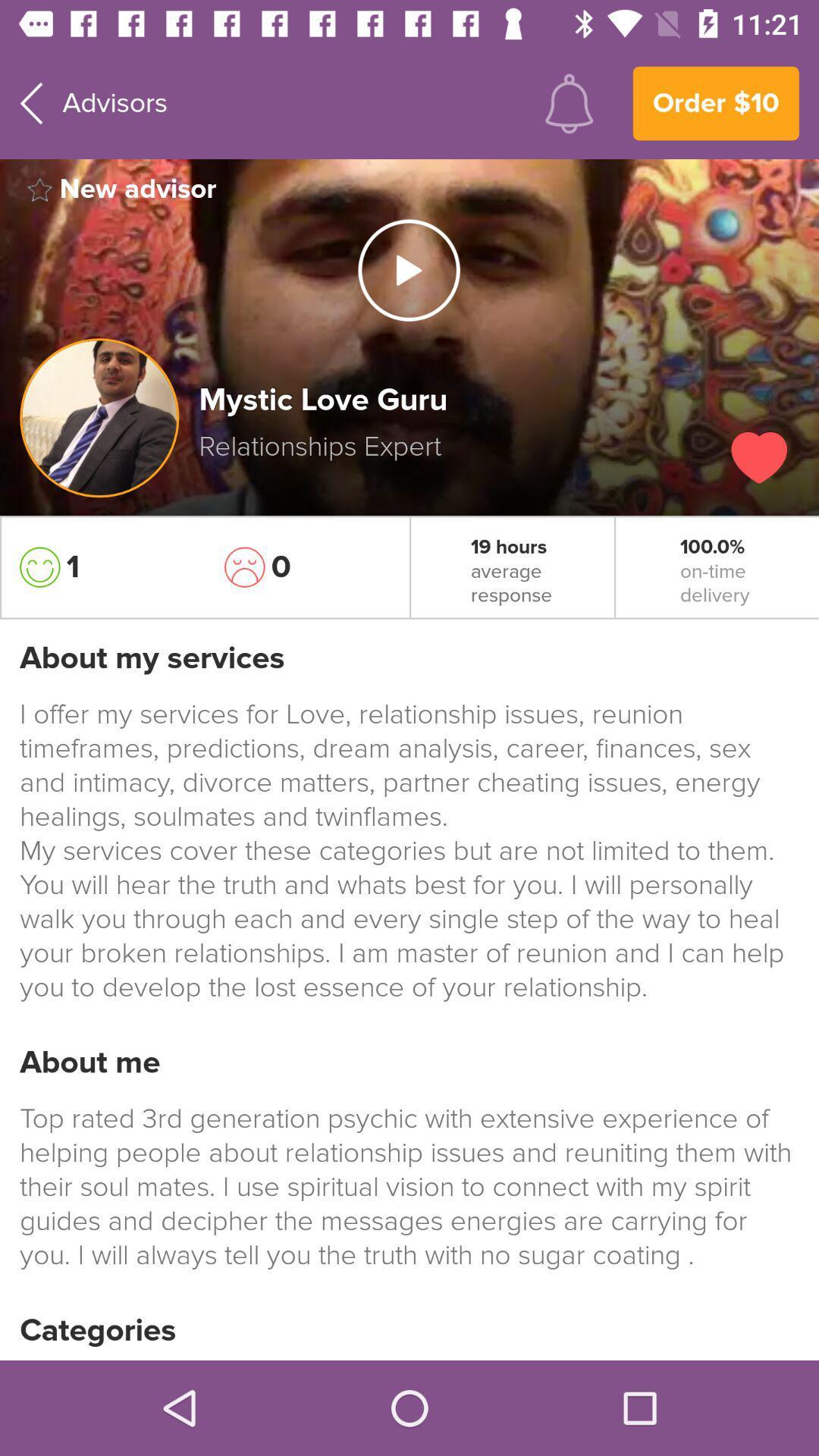 This screenshot has width=819, height=1456. What do you see at coordinates (408, 270) in the screenshot?
I see `the play icon` at bounding box center [408, 270].